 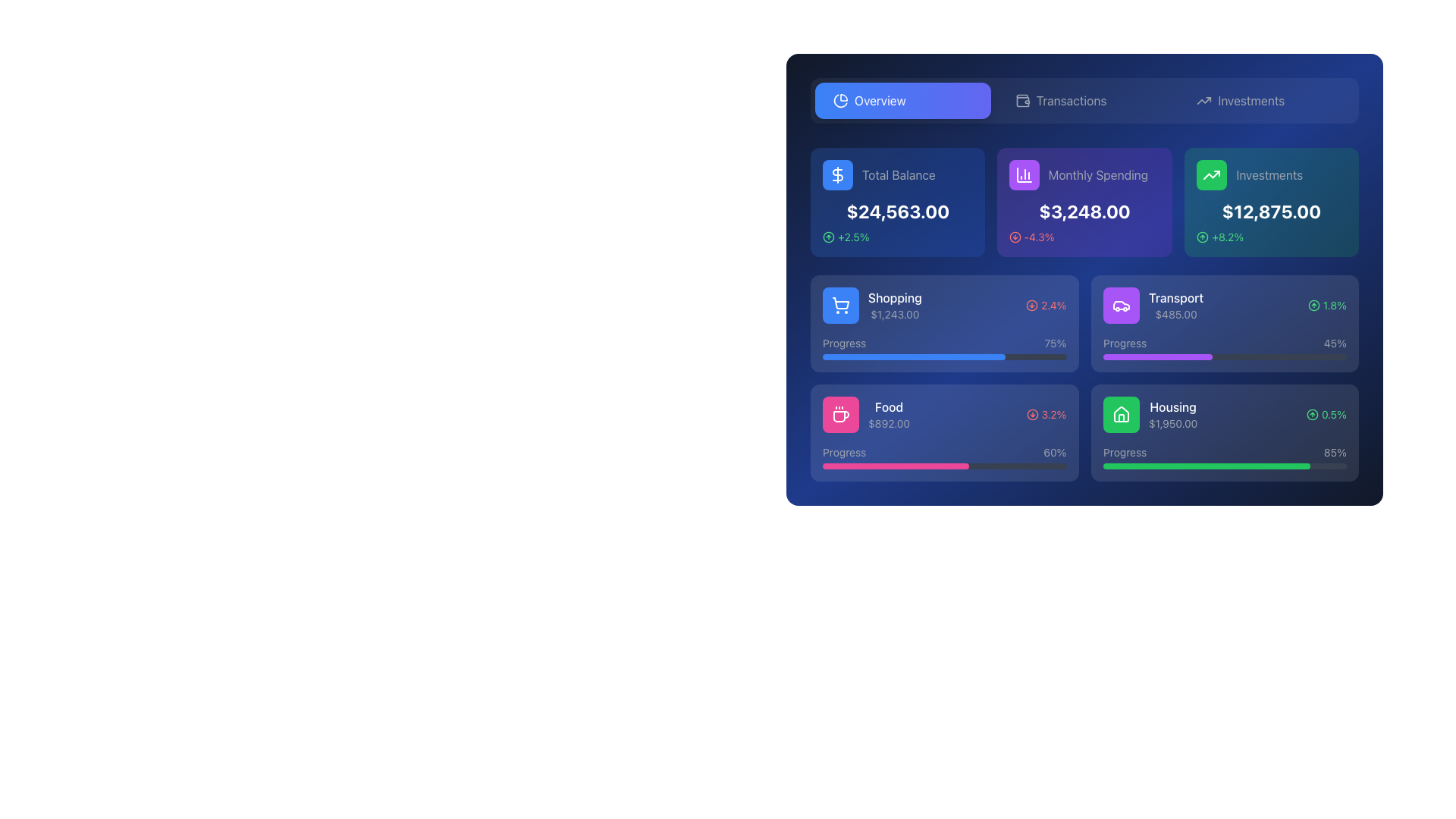 What do you see at coordinates (843, 343) in the screenshot?
I see `the 'Progress' label located in the lower-left section of the 'Shopping' category box, which is directly above the horizontal progress bar` at bounding box center [843, 343].